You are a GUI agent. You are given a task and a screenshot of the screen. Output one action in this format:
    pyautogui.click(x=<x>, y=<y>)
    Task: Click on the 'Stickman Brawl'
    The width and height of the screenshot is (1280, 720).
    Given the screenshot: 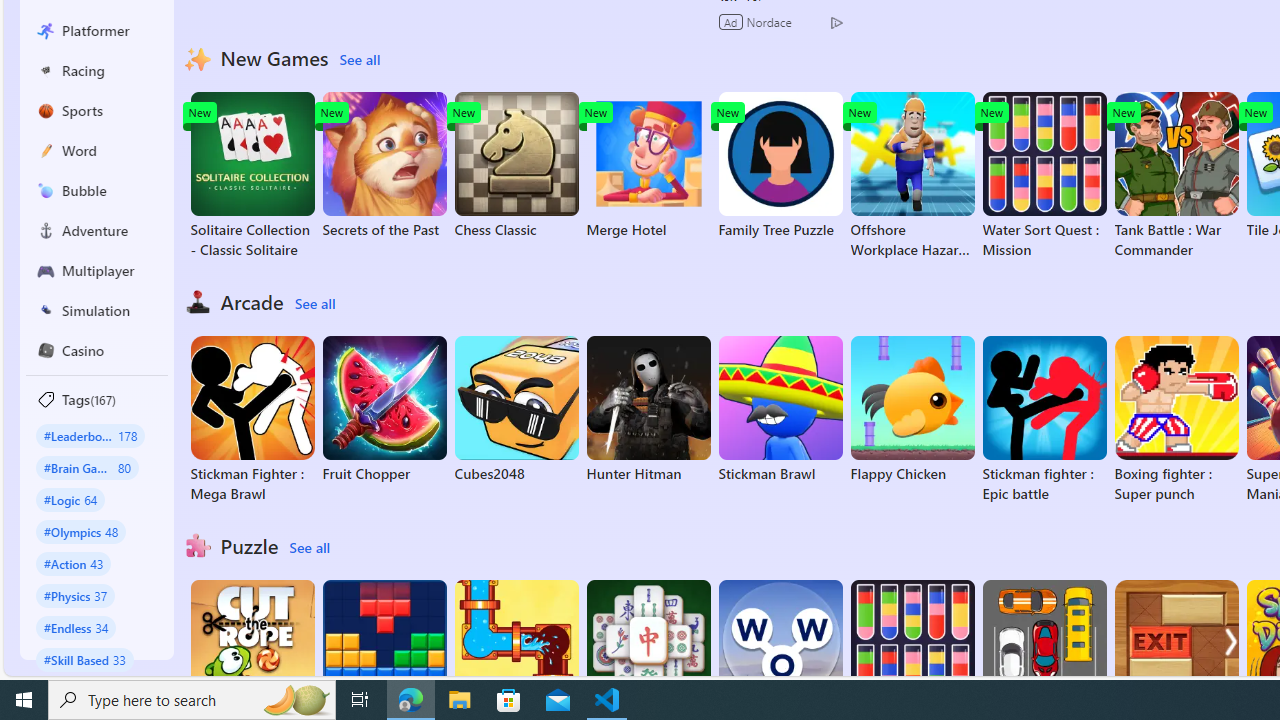 What is the action you would take?
    pyautogui.click(x=779, y=409)
    